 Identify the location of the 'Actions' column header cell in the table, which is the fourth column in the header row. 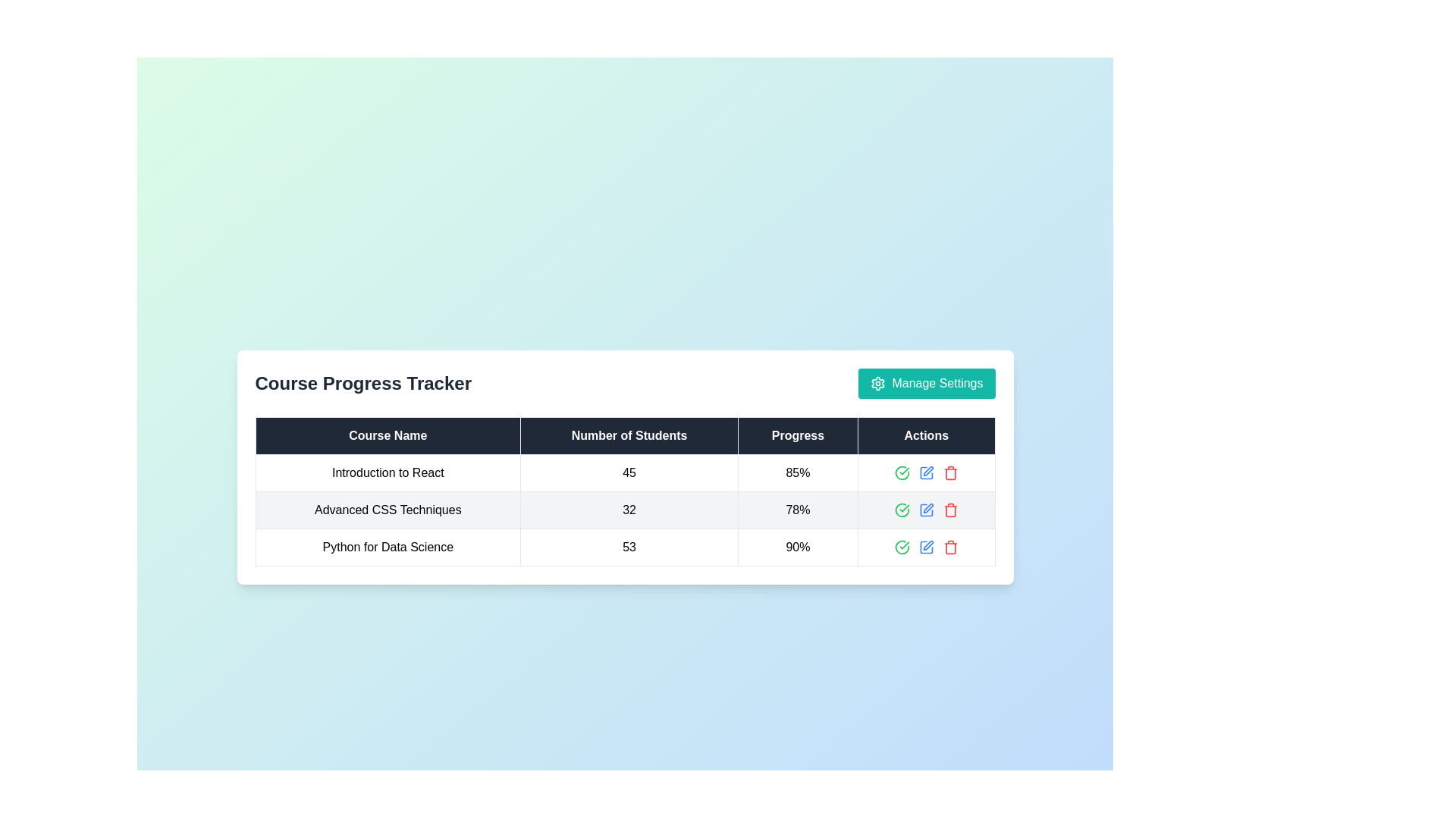
(925, 435).